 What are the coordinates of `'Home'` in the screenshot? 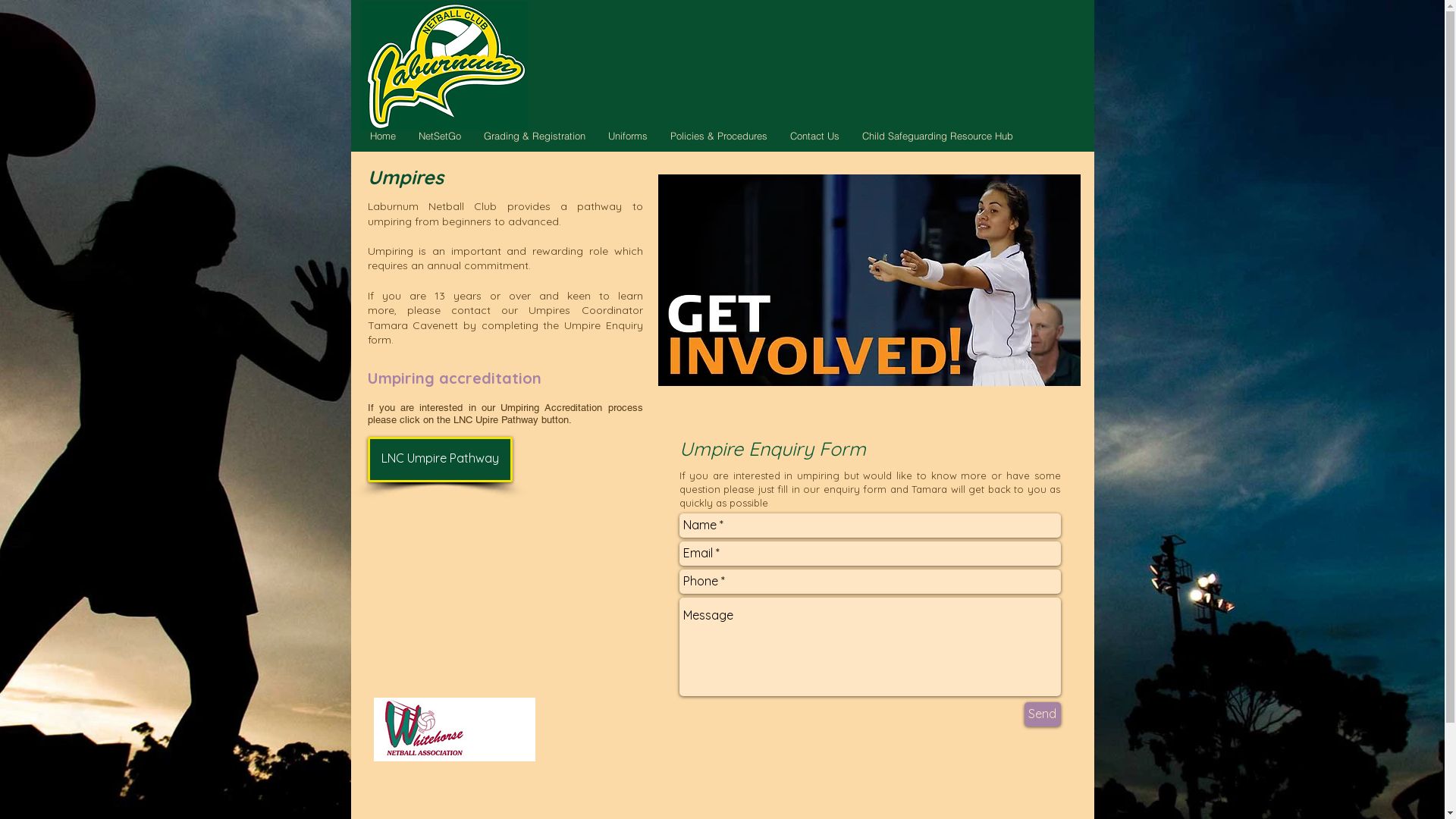 It's located at (382, 135).